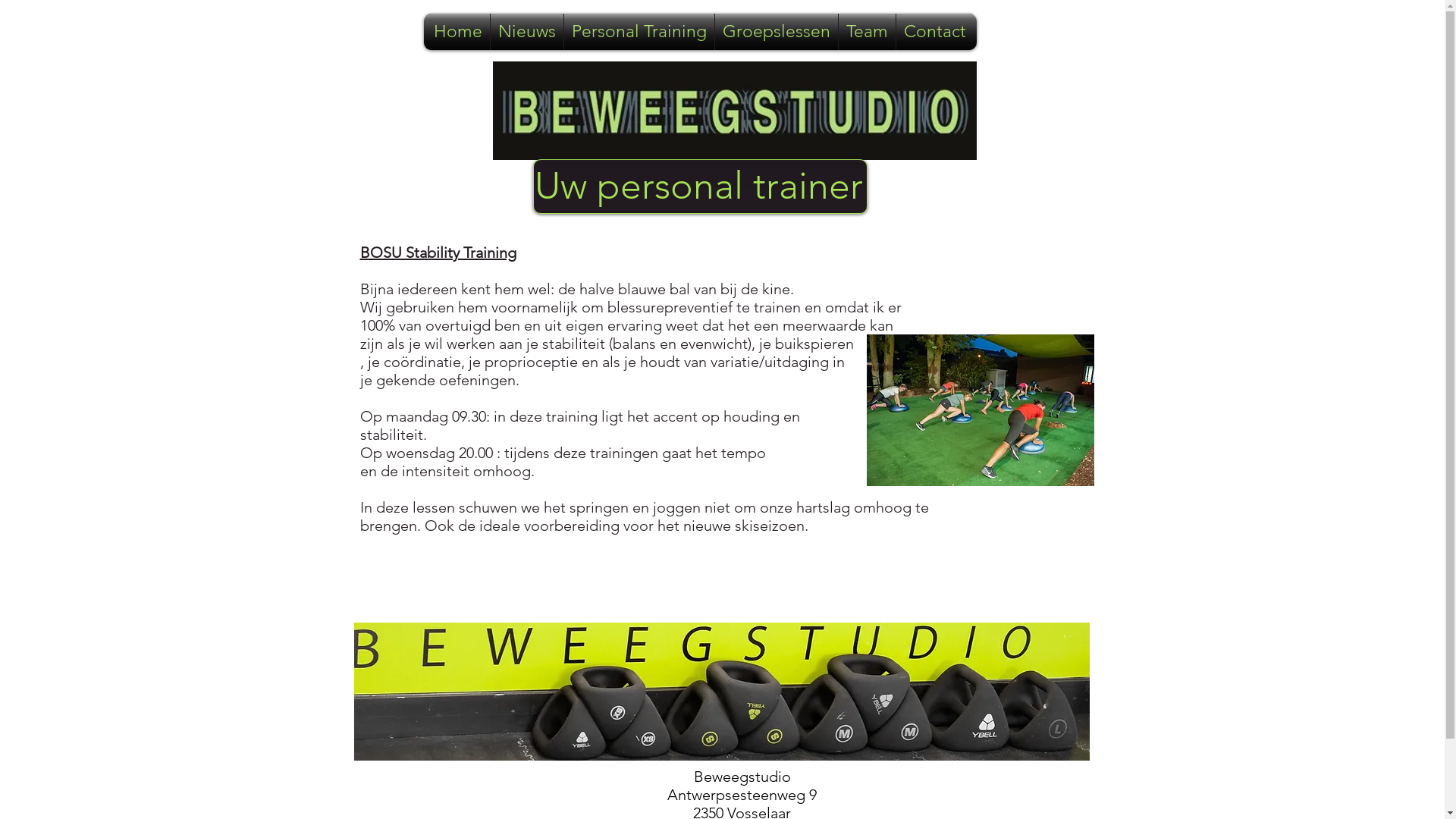  I want to click on 'Contact', so click(934, 32).